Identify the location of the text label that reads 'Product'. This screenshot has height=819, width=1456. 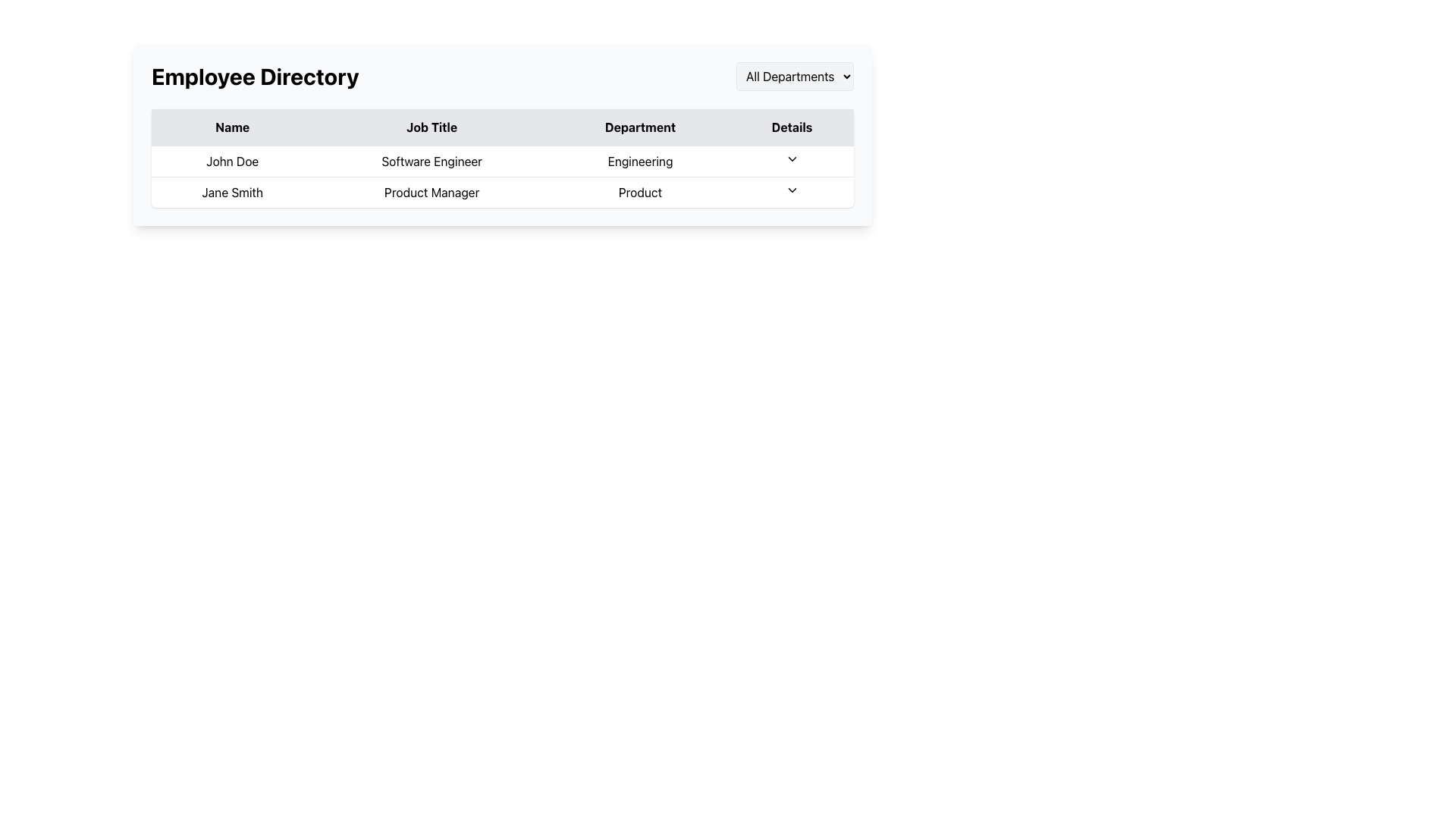
(640, 191).